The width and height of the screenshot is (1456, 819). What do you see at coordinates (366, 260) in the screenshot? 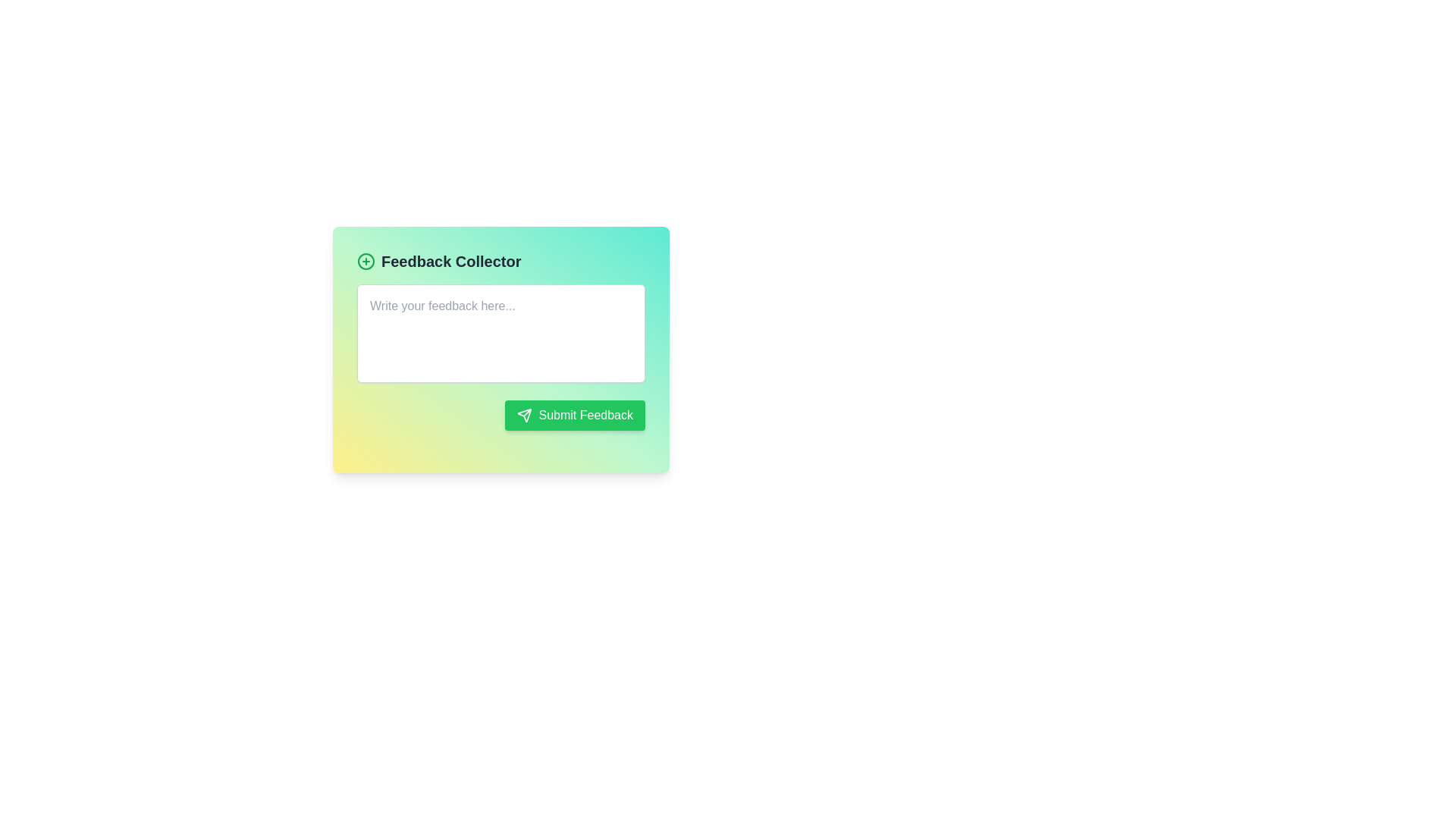
I see `the circular graphic element that is part of the greenish plus sign icon located at the top-left corner of the 'Feedback Collector' area` at bounding box center [366, 260].